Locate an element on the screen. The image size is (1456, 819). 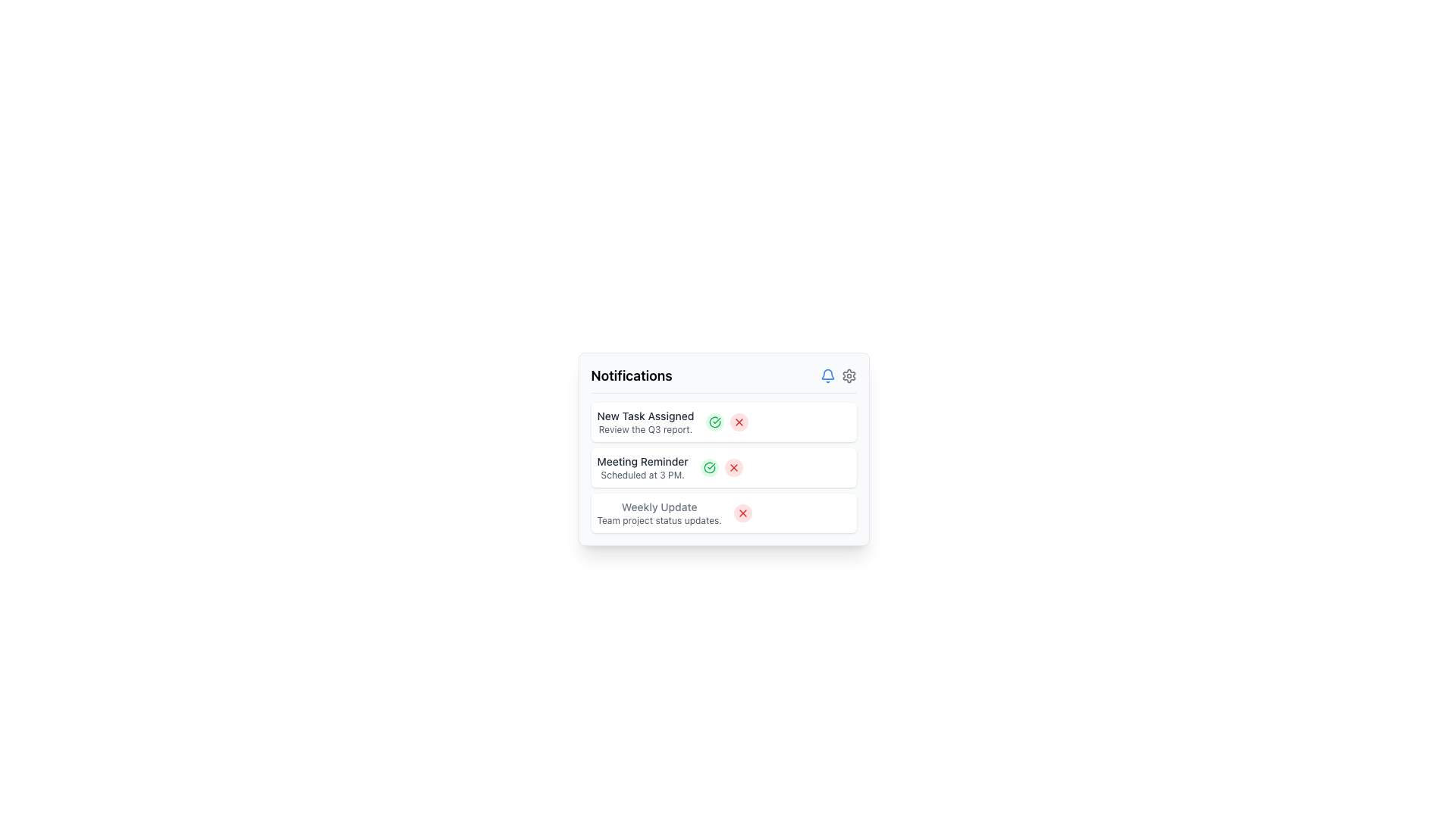
the circular button with a green checkmark icon inside to mark the notification as read, located to the right of the 'Meeting Reminder' text in the notifications list is located at coordinates (708, 467).